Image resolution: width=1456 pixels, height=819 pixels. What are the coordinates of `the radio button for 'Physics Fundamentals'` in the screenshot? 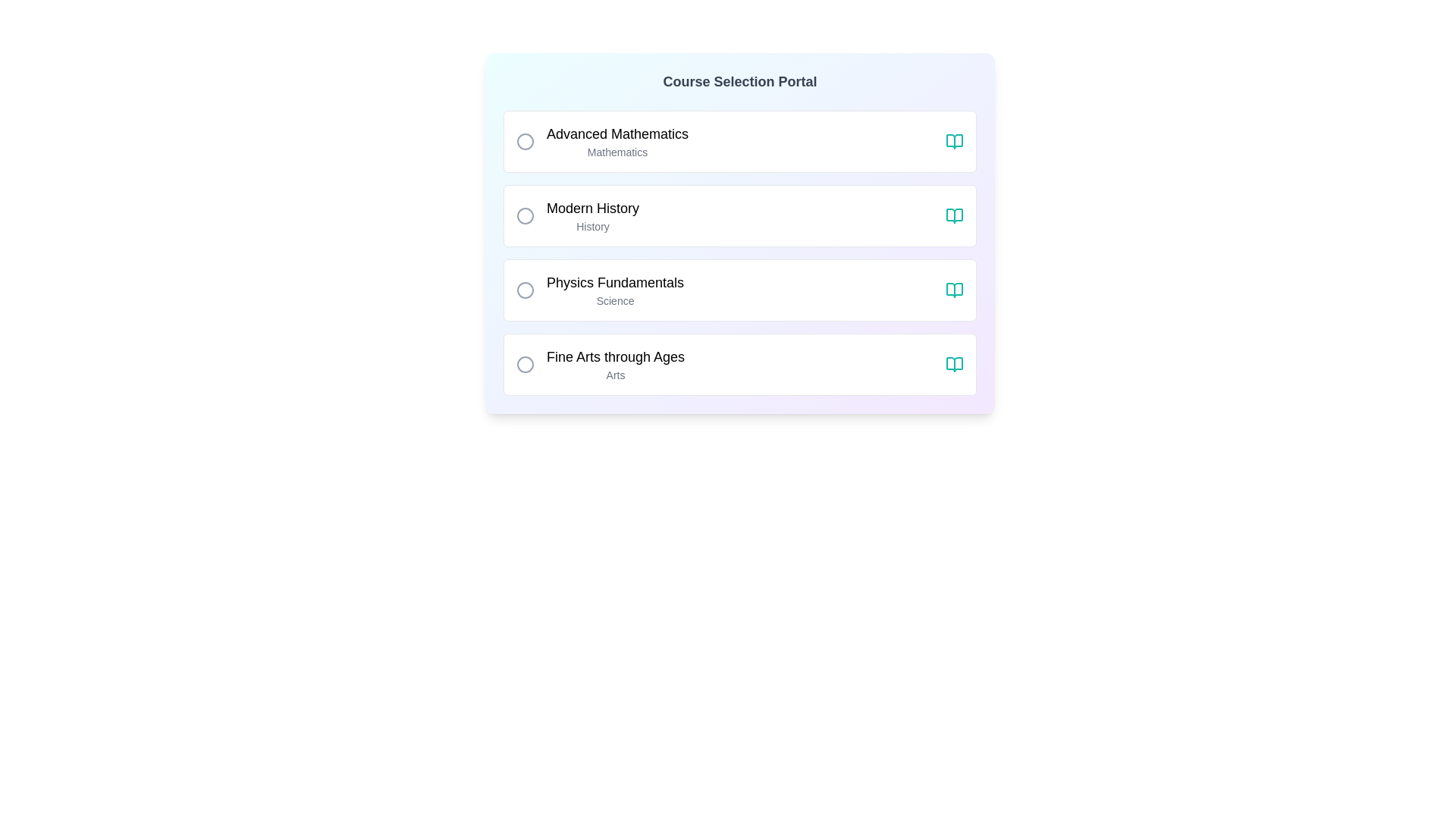 It's located at (525, 290).